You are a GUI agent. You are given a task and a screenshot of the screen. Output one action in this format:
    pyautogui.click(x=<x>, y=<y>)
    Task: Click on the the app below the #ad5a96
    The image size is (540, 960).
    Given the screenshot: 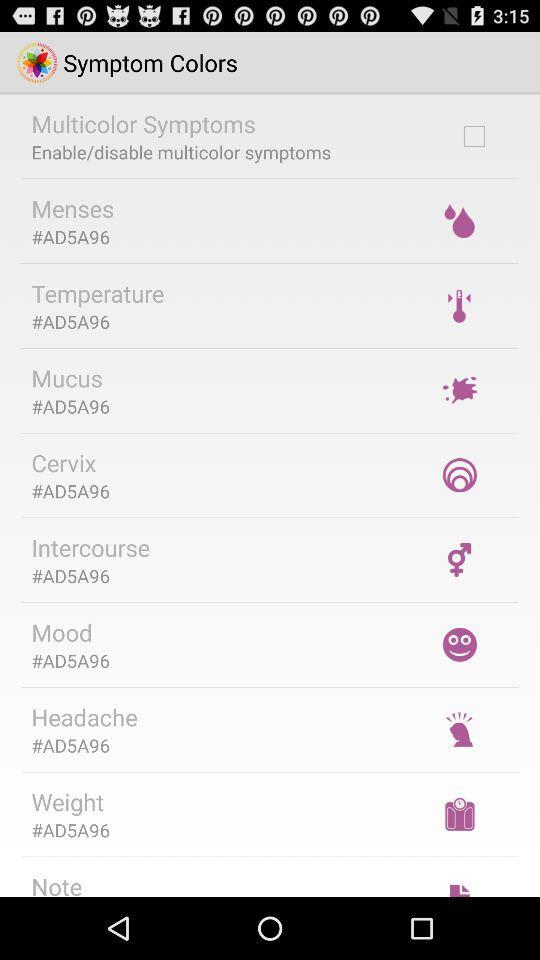 What is the action you would take?
    pyautogui.click(x=89, y=547)
    